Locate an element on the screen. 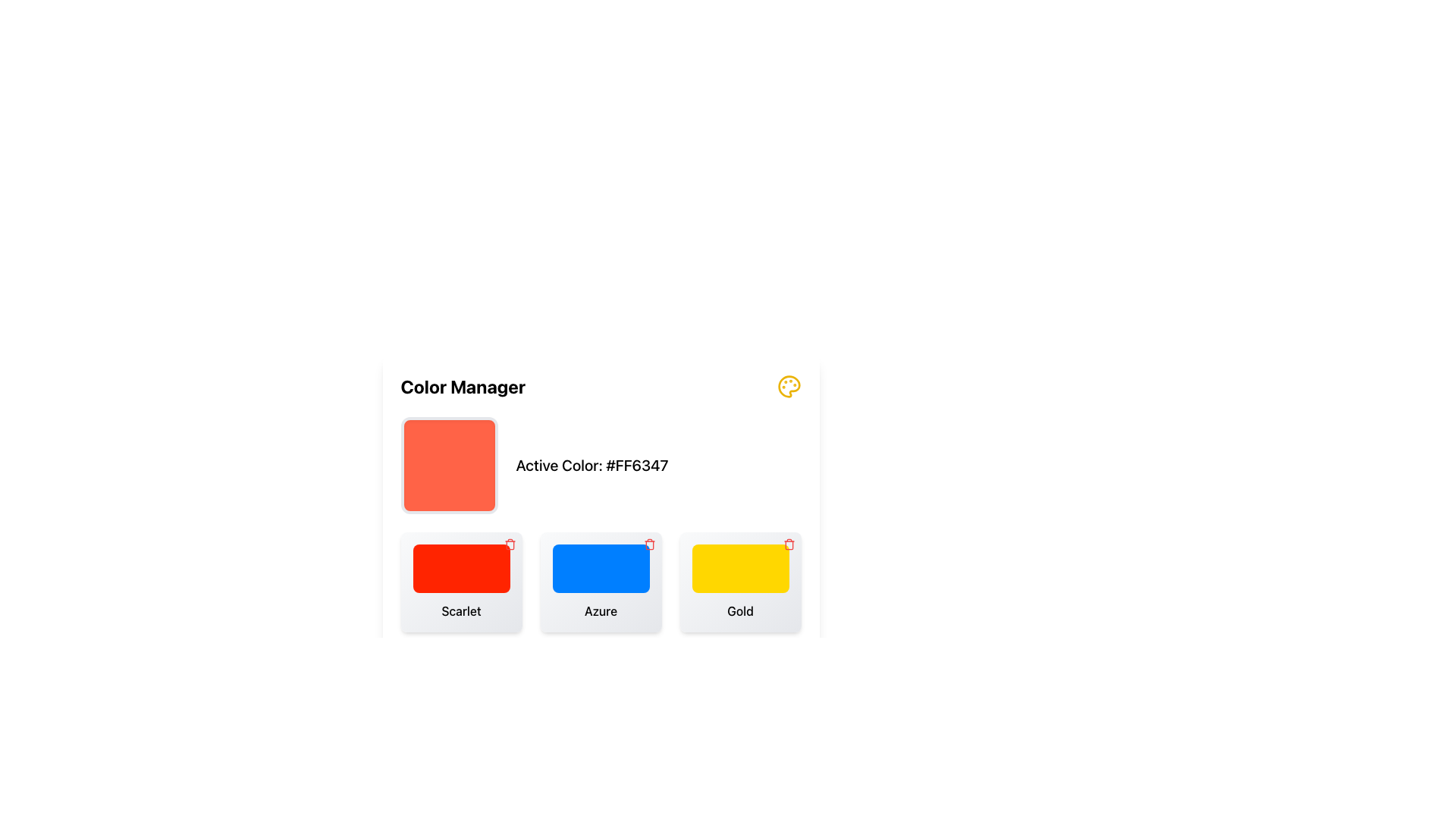 This screenshot has height=819, width=1456. the bright blue color swatch with rounded corners located in the Azure card below the Color Manager title is located at coordinates (600, 568).